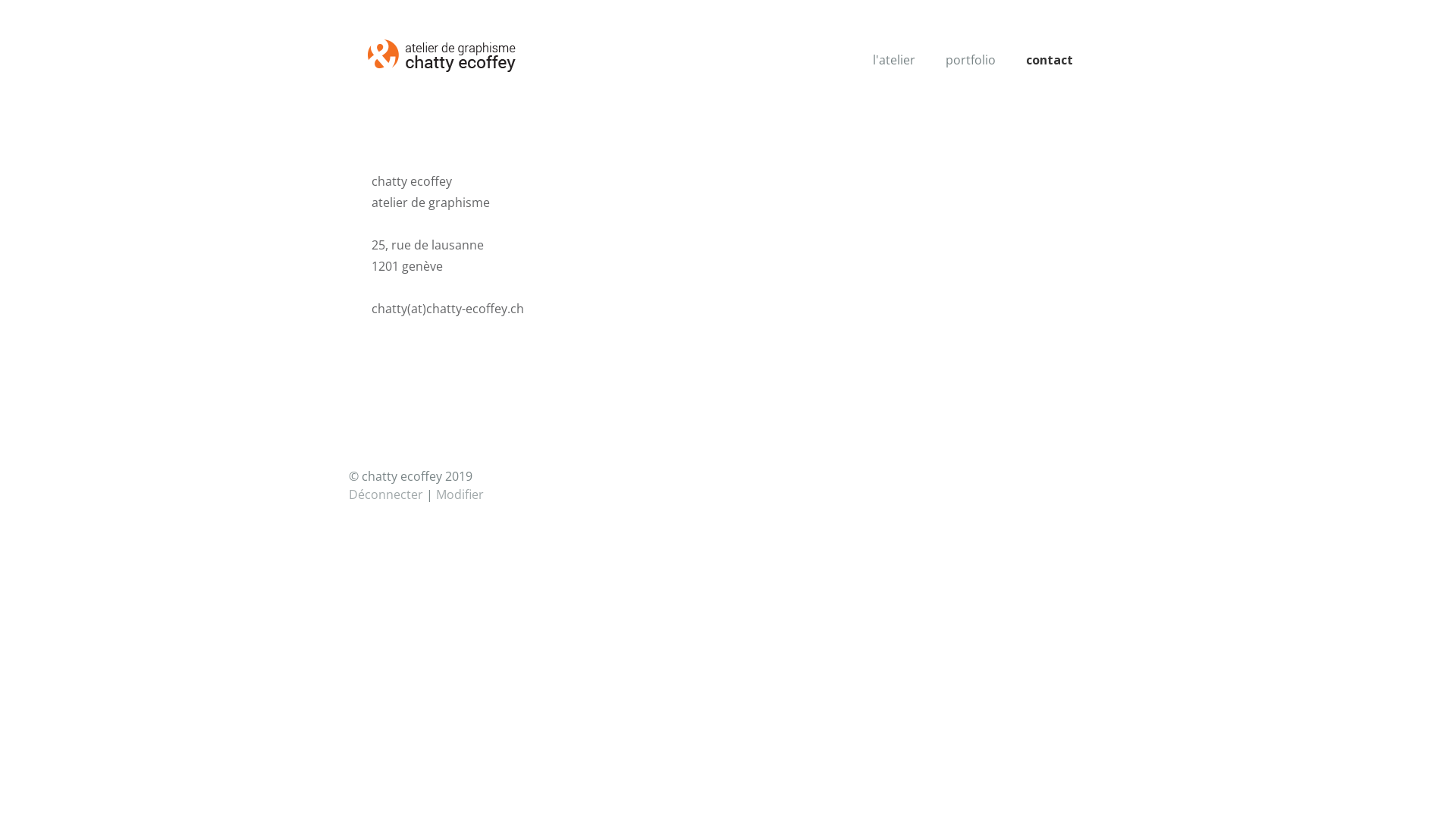 The image size is (1456, 819). What do you see at coordinates (971, 58) in the screenshot?
I see `'portfolio'` at bounding box center [971, 58].